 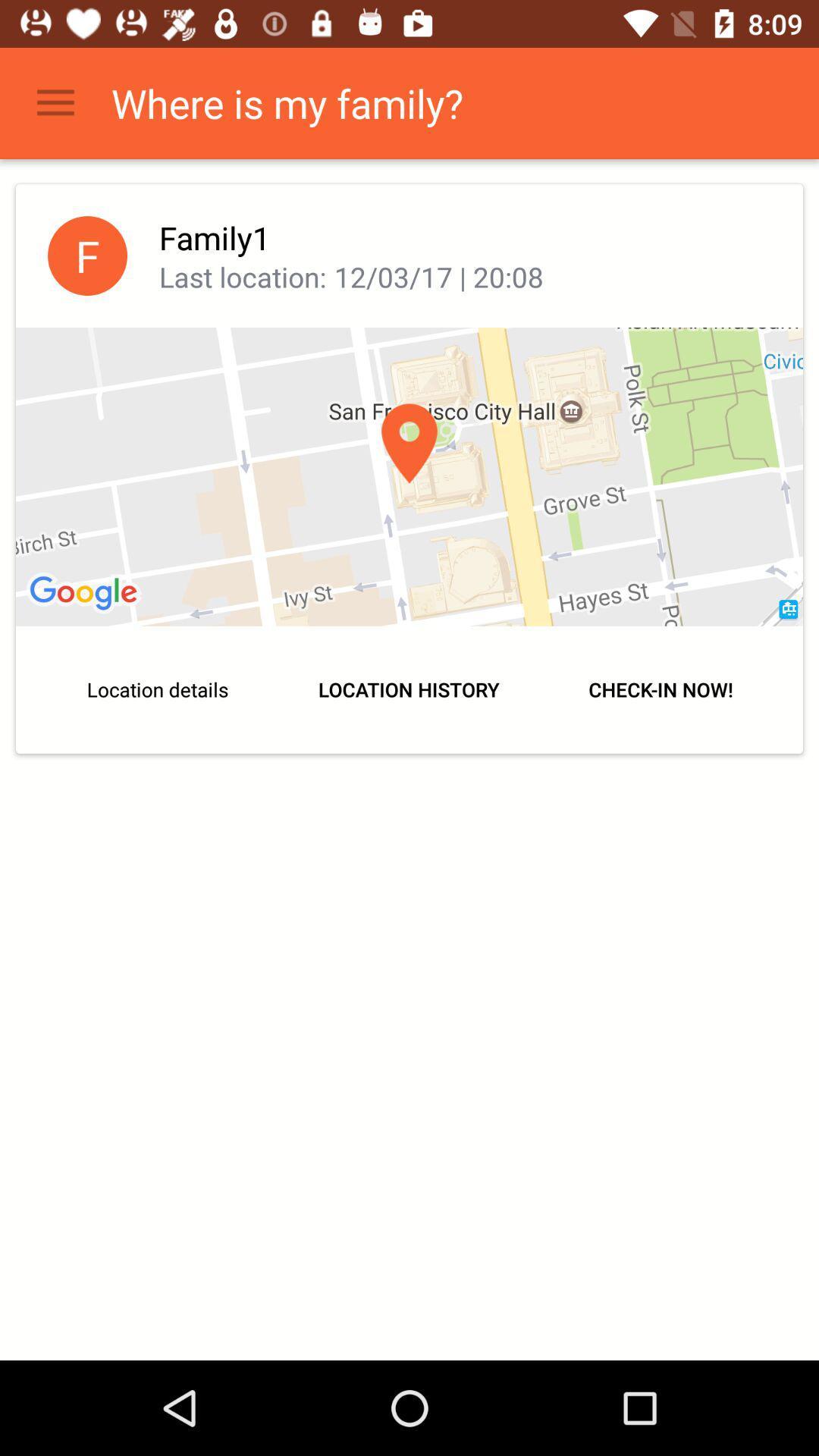 What do you see at coordinates (158, 689) in the screenshot?
I see `the text location details` at bounding box center [158, 689].